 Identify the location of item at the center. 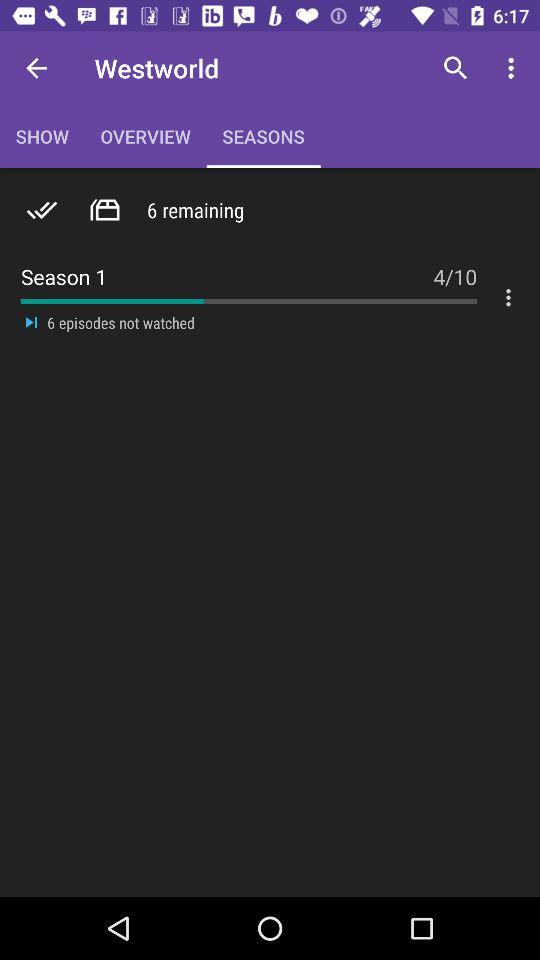
(262, 333).